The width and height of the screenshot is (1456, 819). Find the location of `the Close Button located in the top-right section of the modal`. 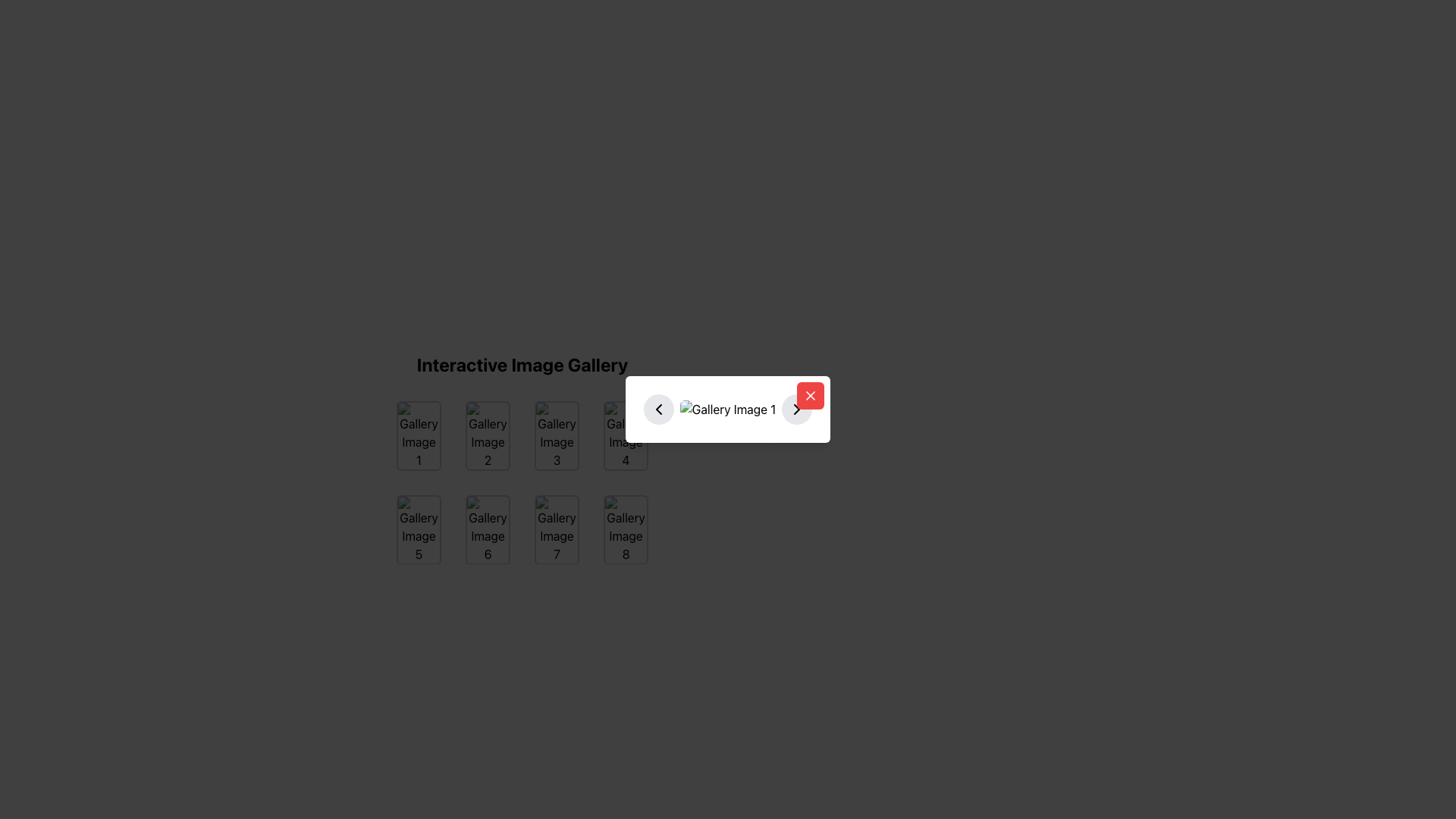

the Close Button located in the top-right section of the modal is located at coordinates (810, 394).